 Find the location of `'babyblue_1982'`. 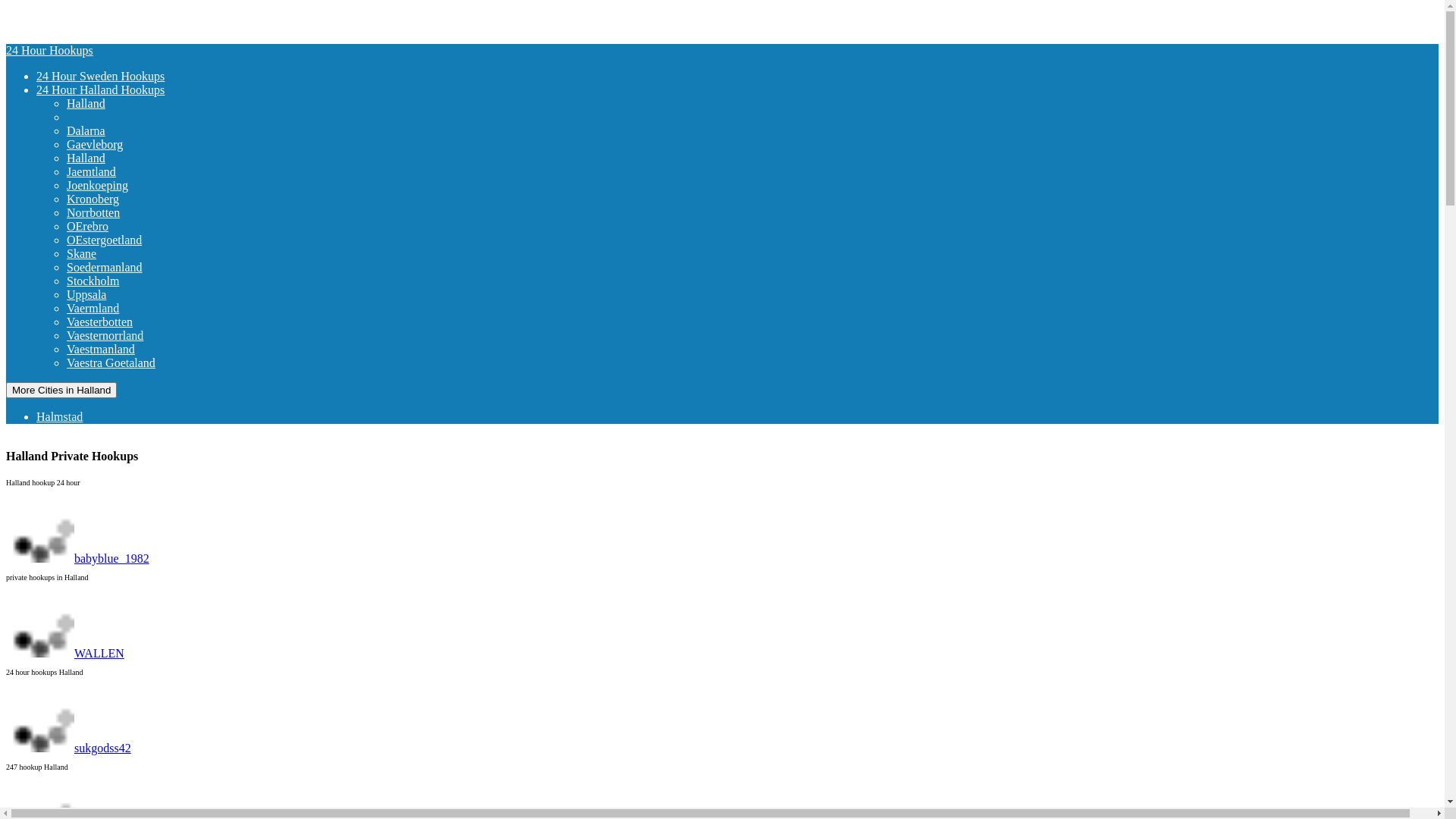

'babyblue_1982' is located at coordinates (77, 558).